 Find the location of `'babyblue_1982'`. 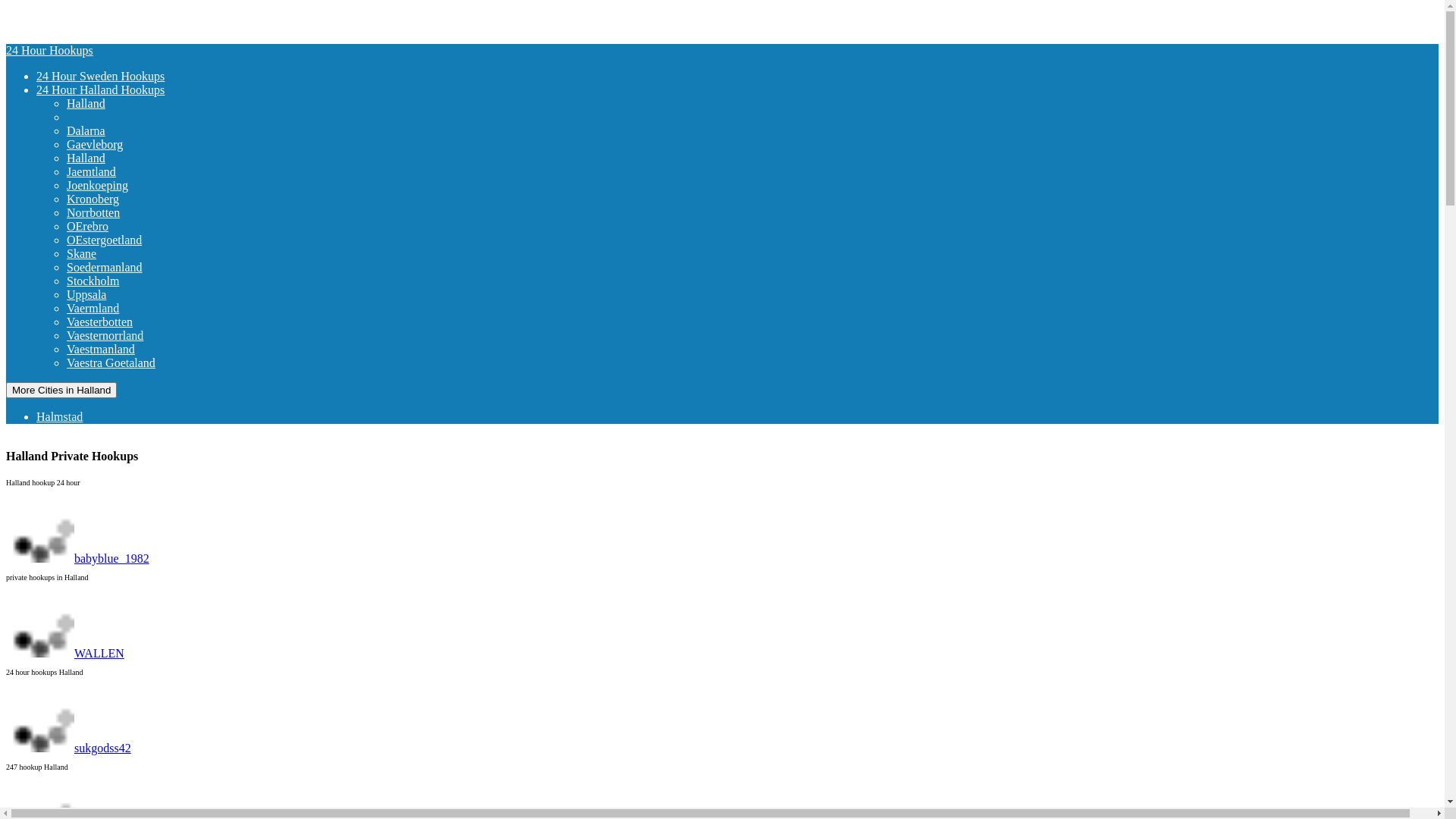

'babyblue_1982' is located at coordinates (77, 558).